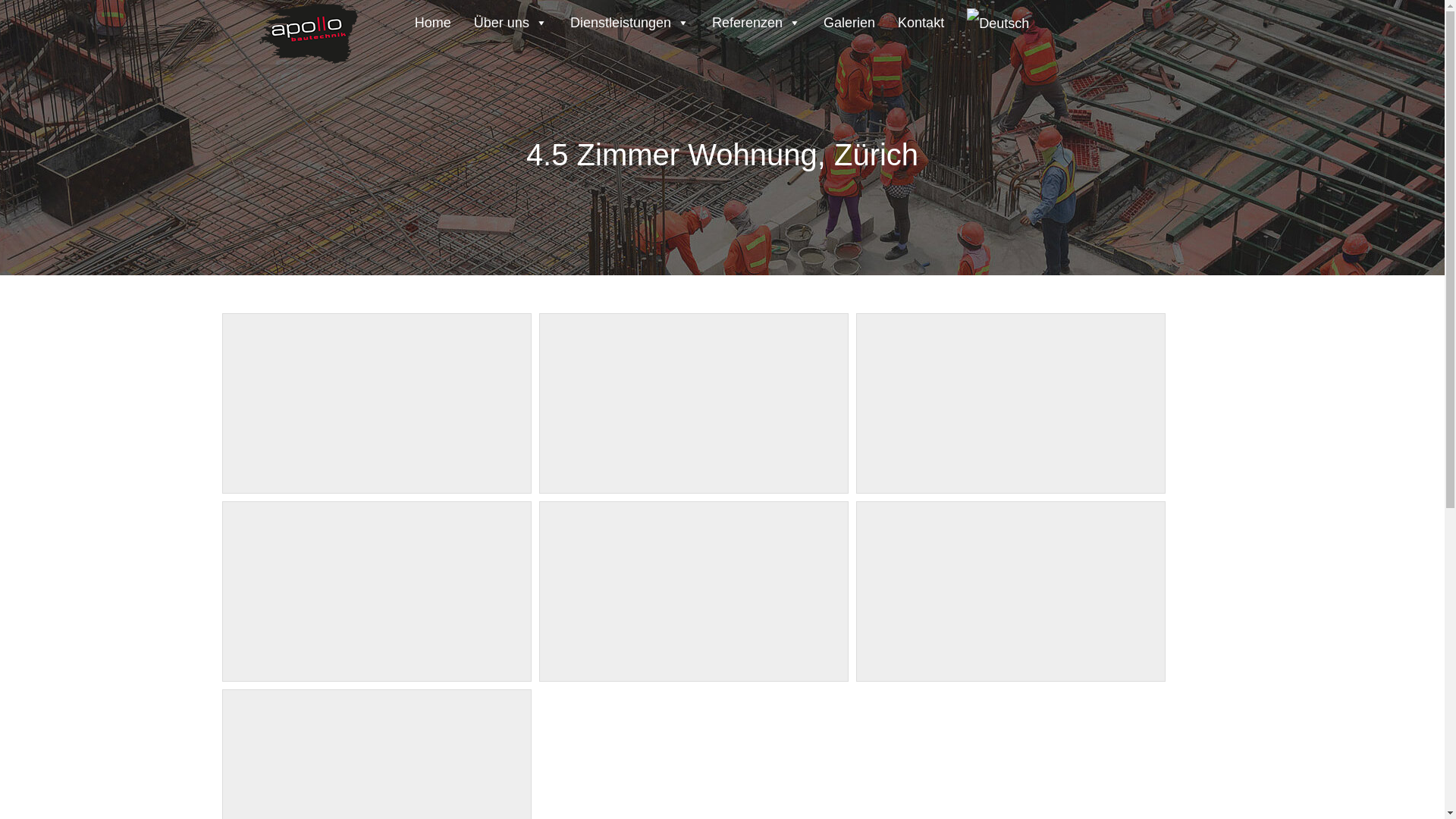 The image size is (1456, 819). I want to click on 'Kontakt', so click(886, 20).